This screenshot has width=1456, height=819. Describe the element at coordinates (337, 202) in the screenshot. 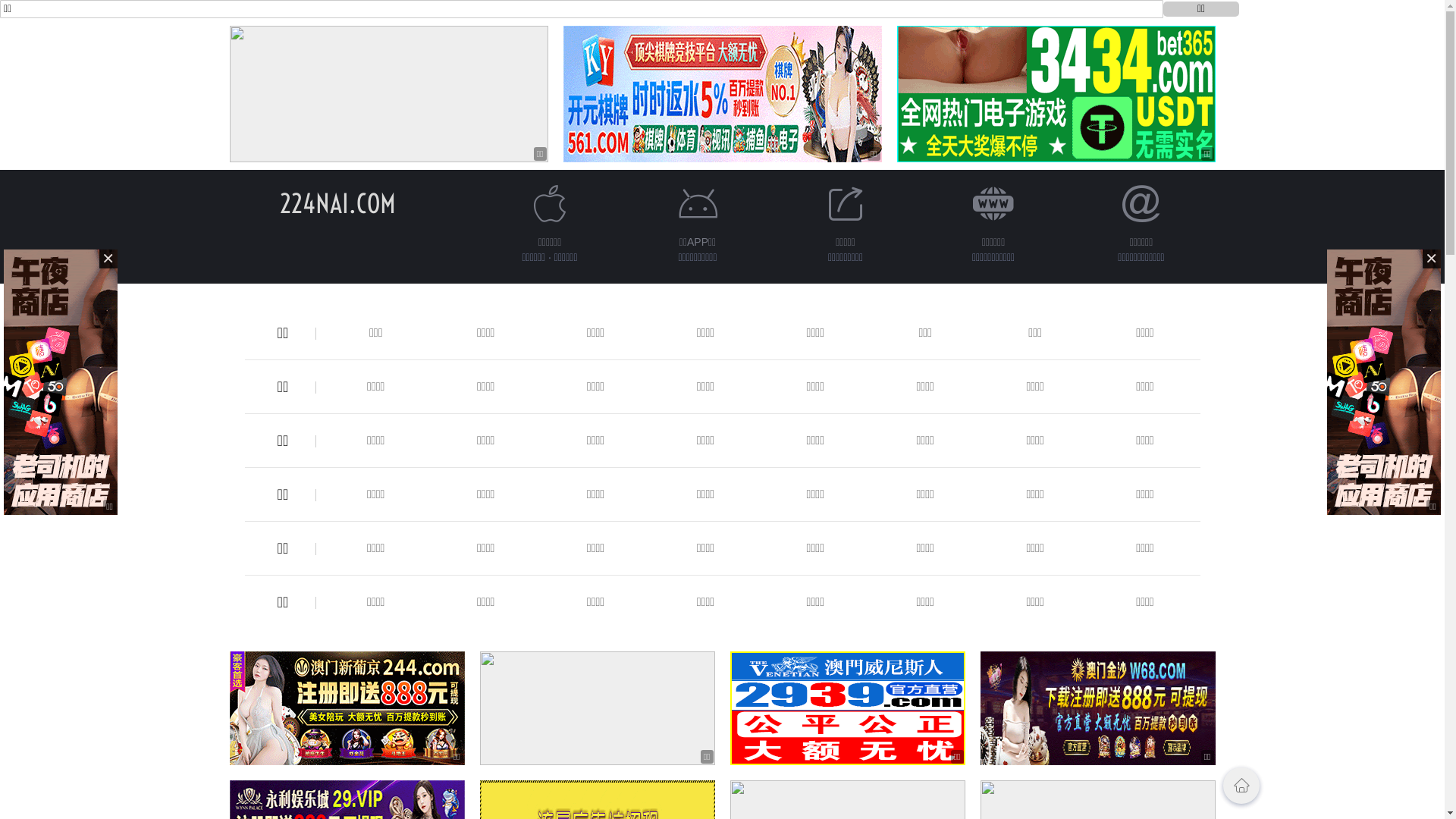

I see `'224NAI.COM'` at that location.